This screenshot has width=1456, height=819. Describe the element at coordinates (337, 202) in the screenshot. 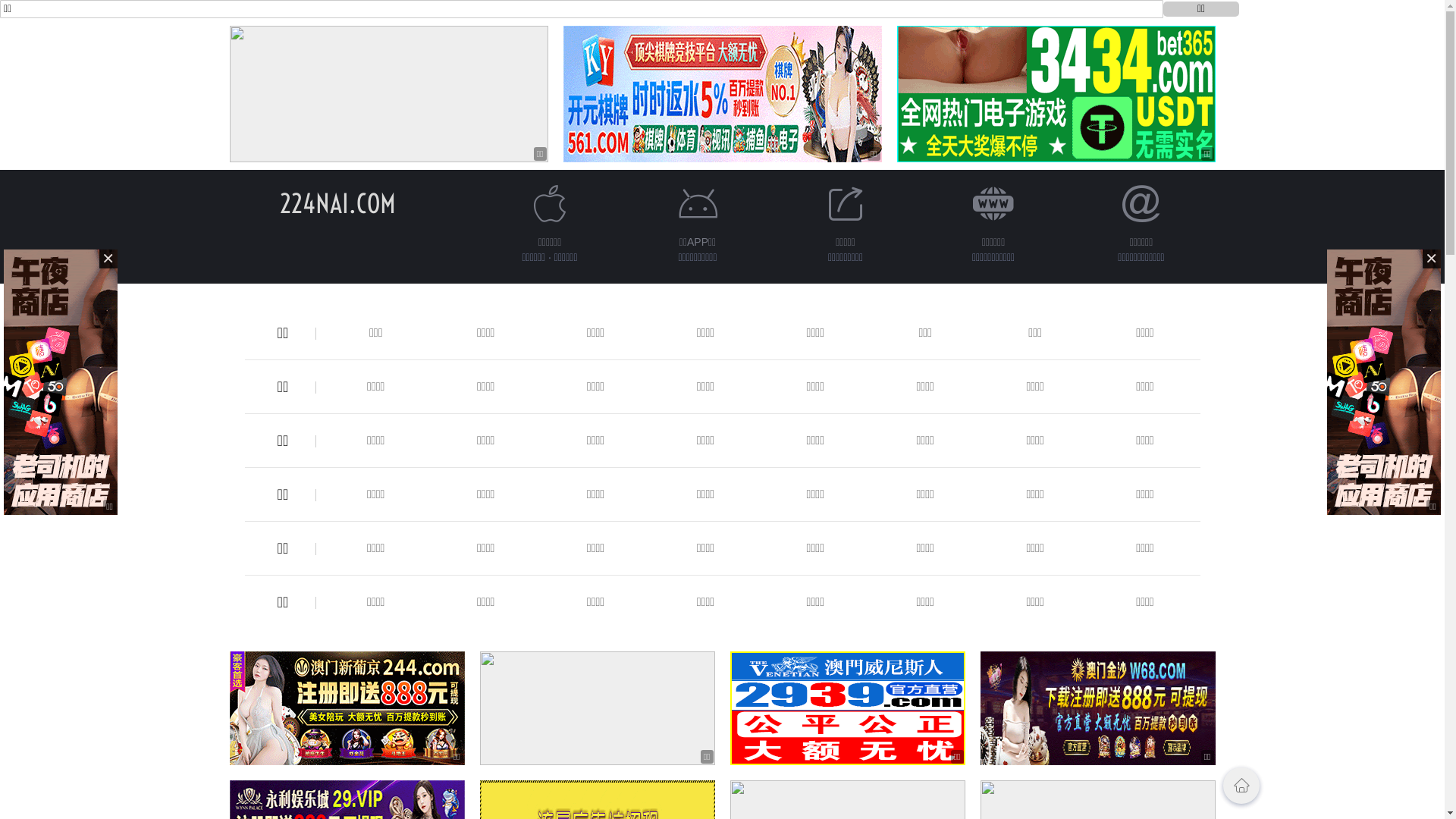

I see `'224NAI.COM'` at that location.